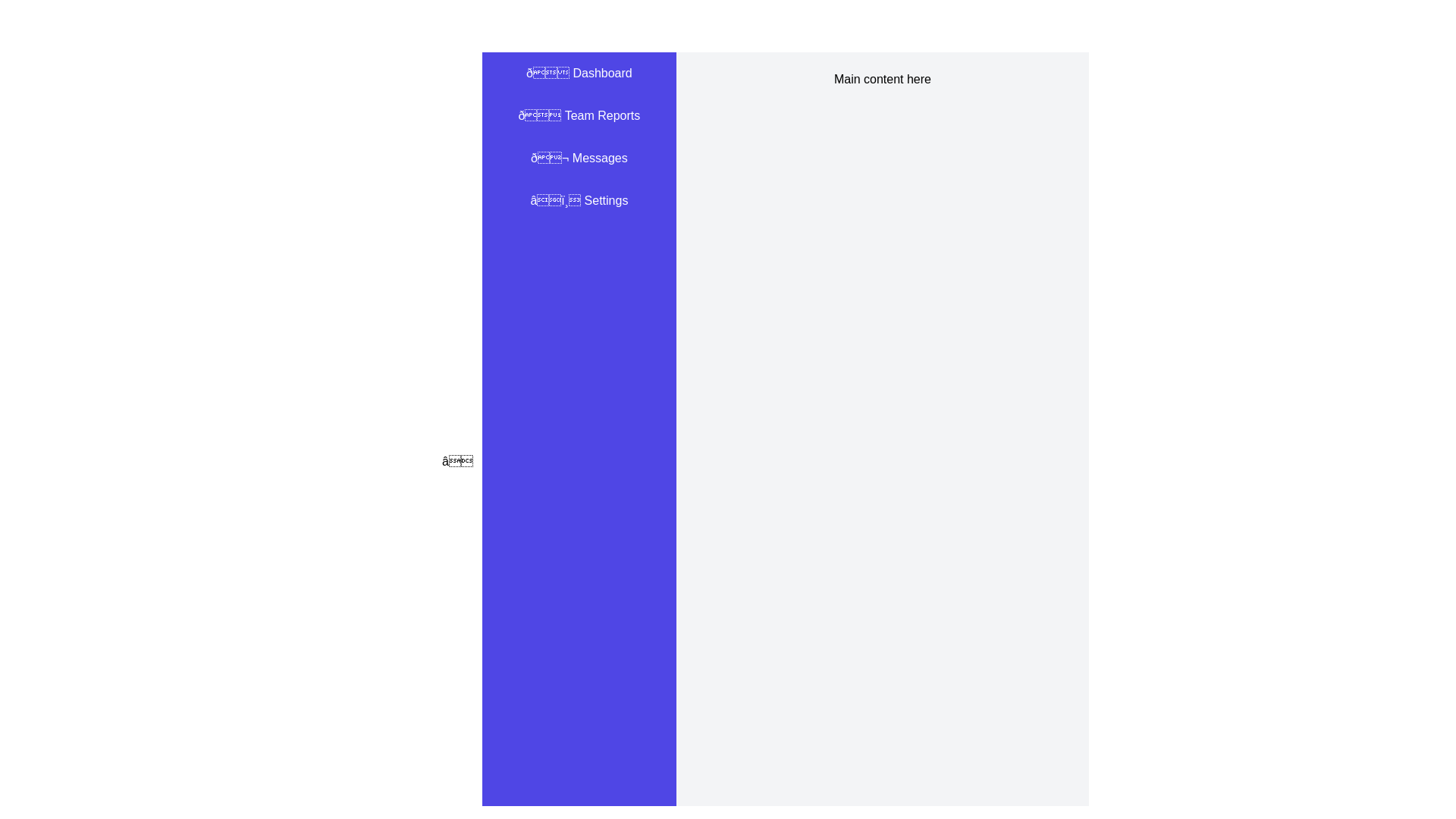 Image resolution: width=1456 pixels, height=819 pixels. What do you see at coordinates (578, 158) in the screenshot?
I see `the 'Messages' menu item in the drawer` at bounding box center [578, 158].